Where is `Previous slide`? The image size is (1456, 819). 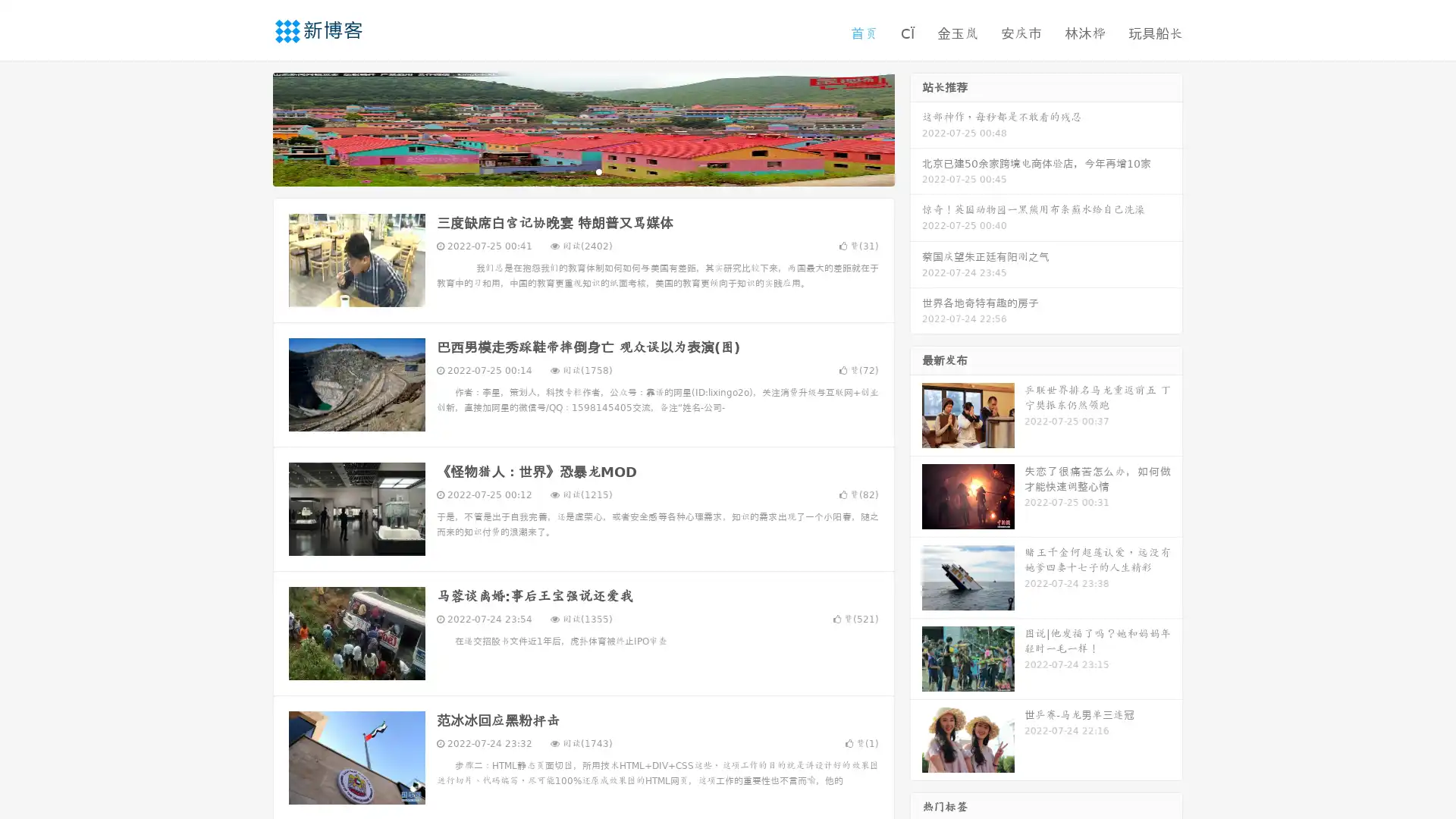
Previous slide is located at coordinates (250, 127).